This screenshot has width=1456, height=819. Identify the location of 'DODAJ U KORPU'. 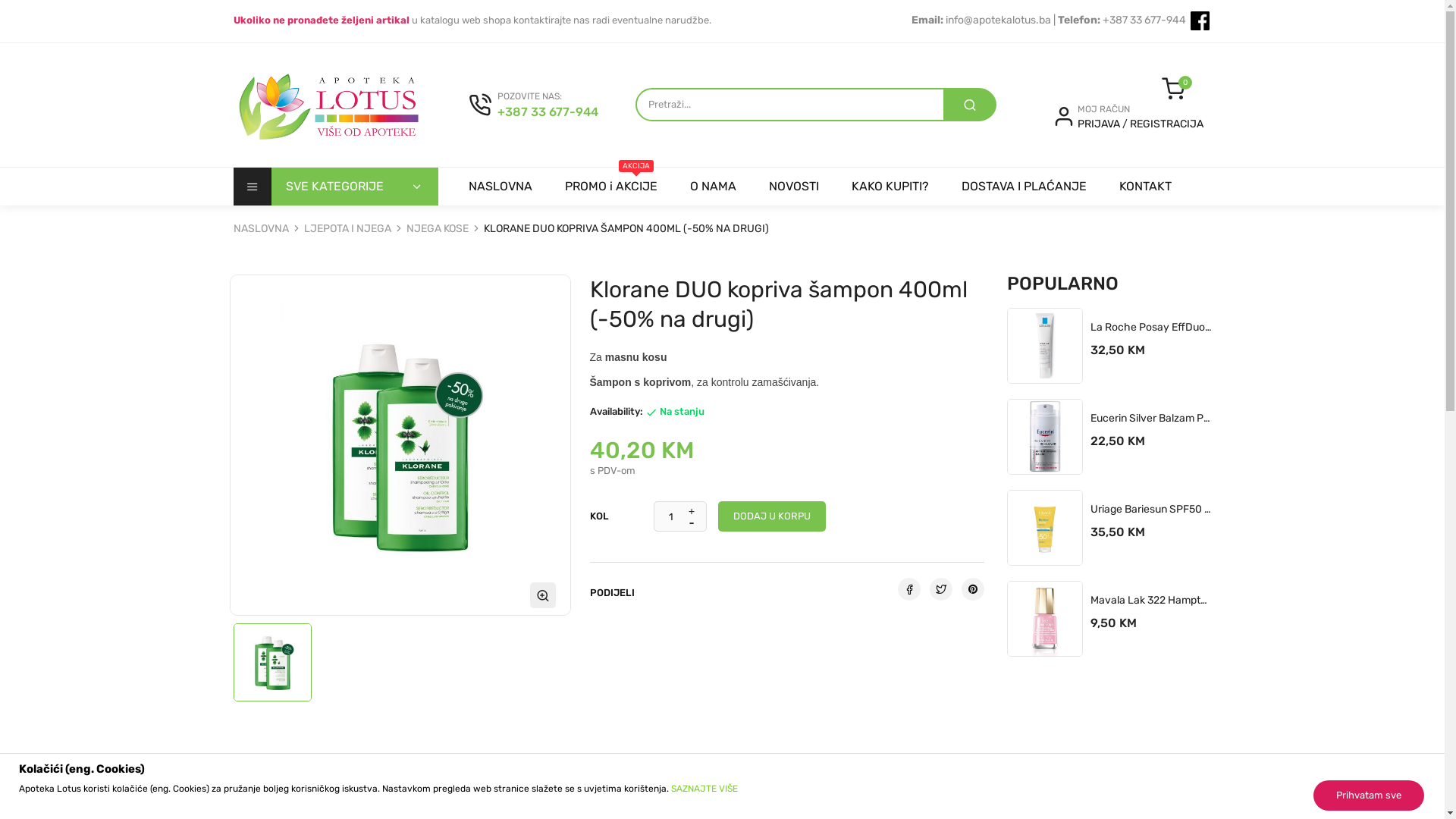
(771, 516).